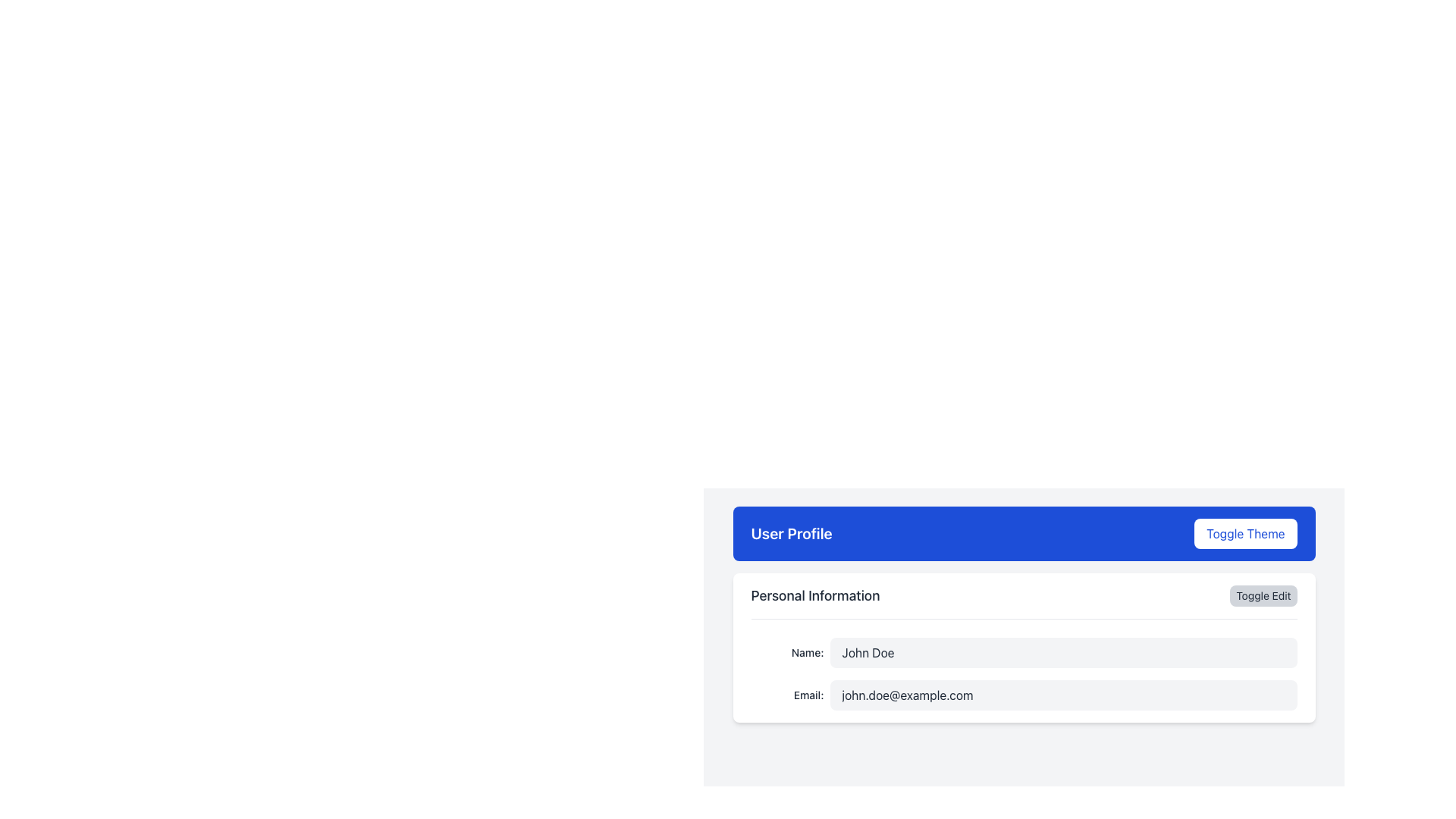 Image resolution: width=1456 pixels, height=819 pixels. Describe the element at coordinates (791, 533) in the screenshot. I see `the 'User Profile' text label which serves as a header in the blue rectangular bar, located in the top-left corner` at that location.